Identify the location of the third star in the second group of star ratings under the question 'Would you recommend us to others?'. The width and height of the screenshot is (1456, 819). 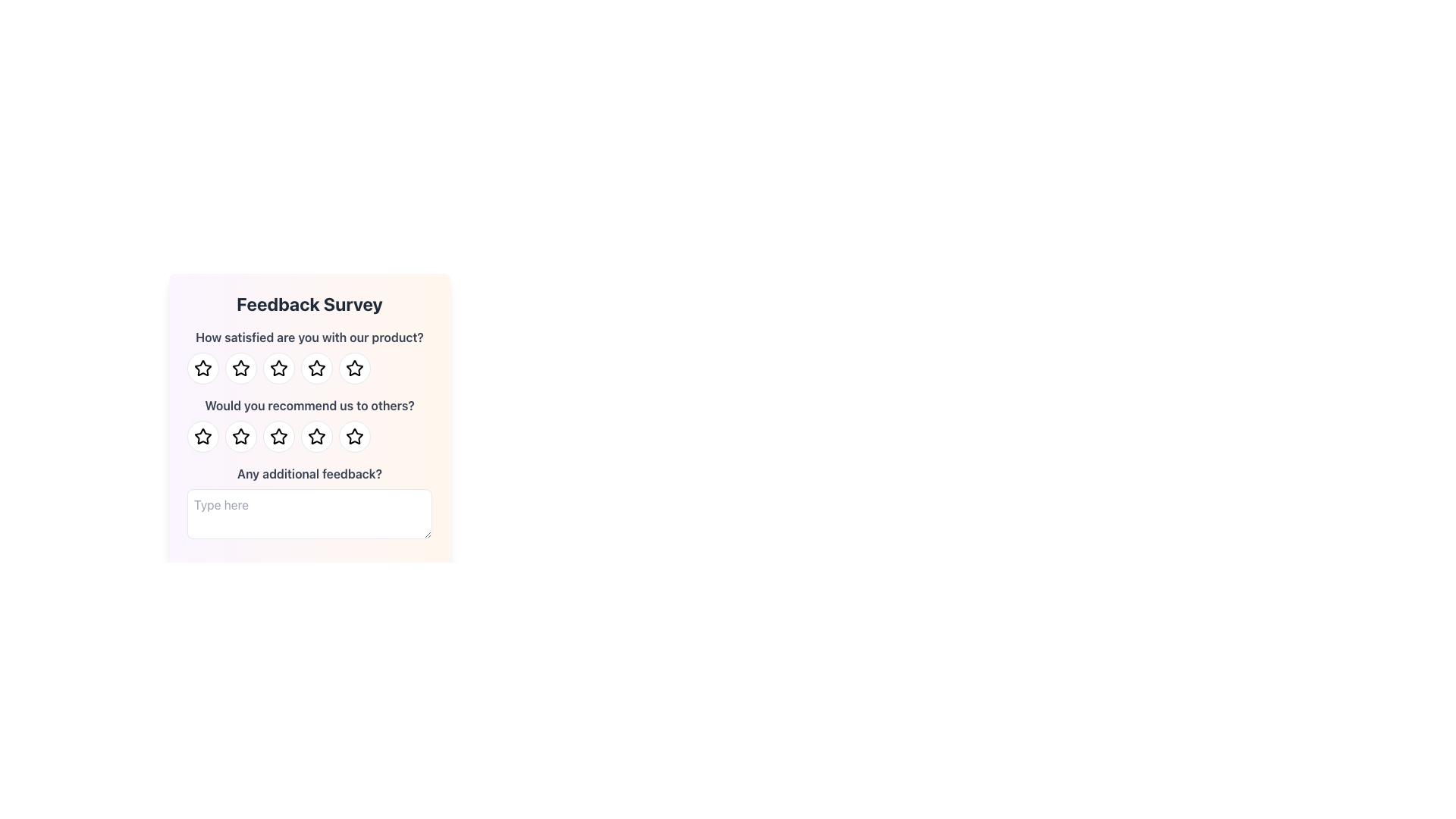
(279, 436).